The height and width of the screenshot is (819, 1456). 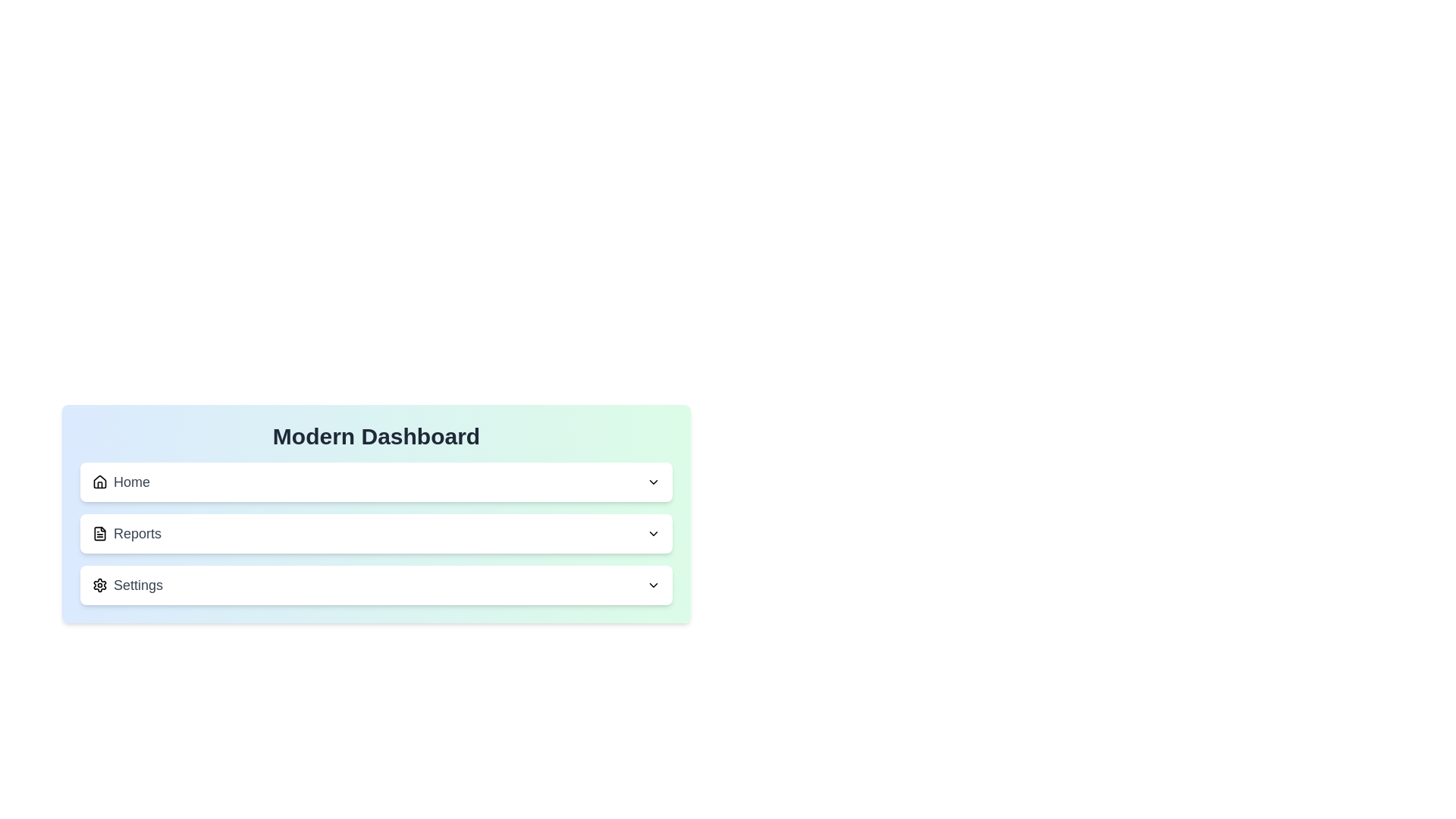 I want to click on the house icon located at the top-left of the navigation bar, so click(x=99, y=482).